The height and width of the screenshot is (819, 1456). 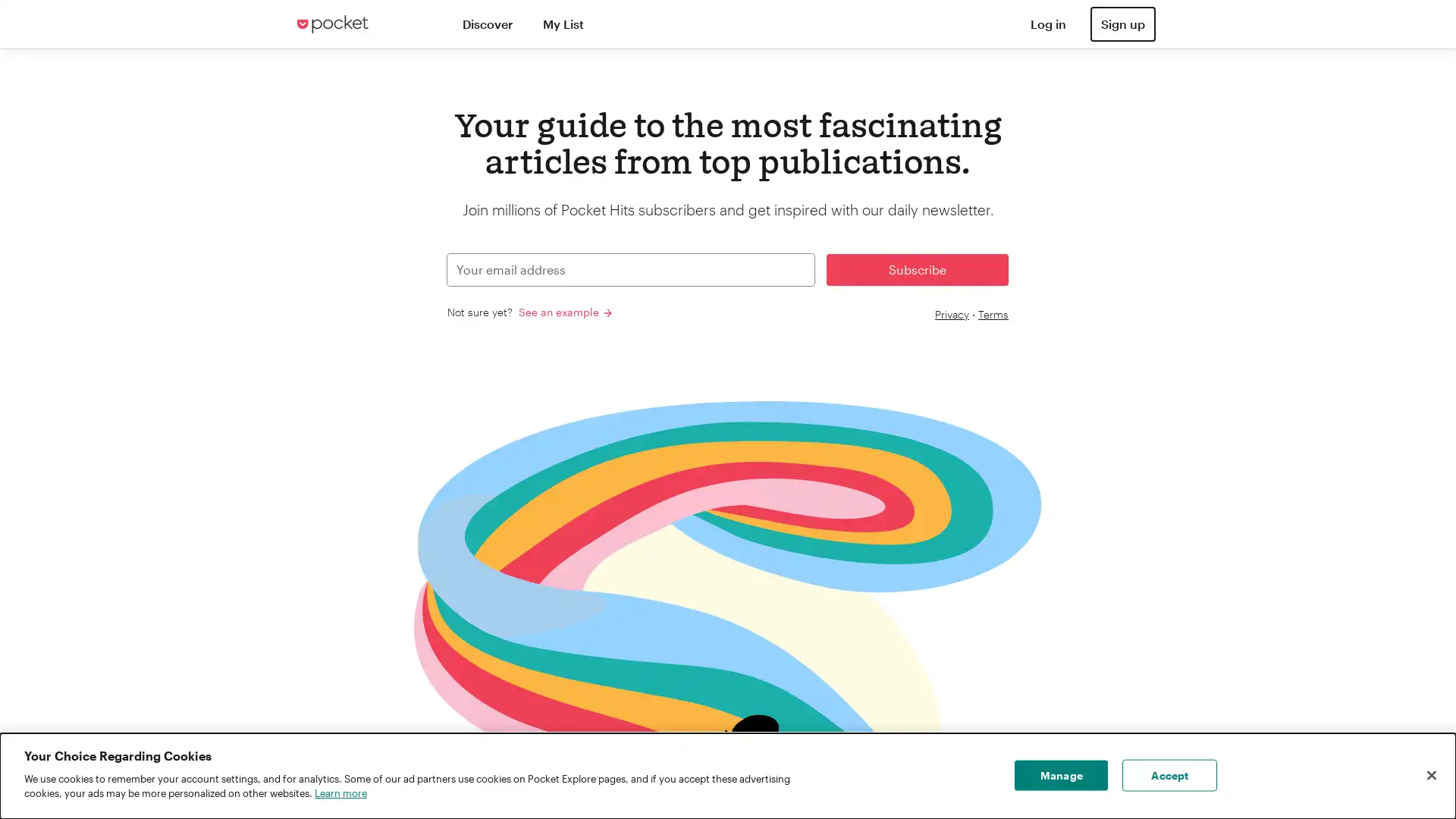 I want to click on Manage, so click(x=1060, y=775).